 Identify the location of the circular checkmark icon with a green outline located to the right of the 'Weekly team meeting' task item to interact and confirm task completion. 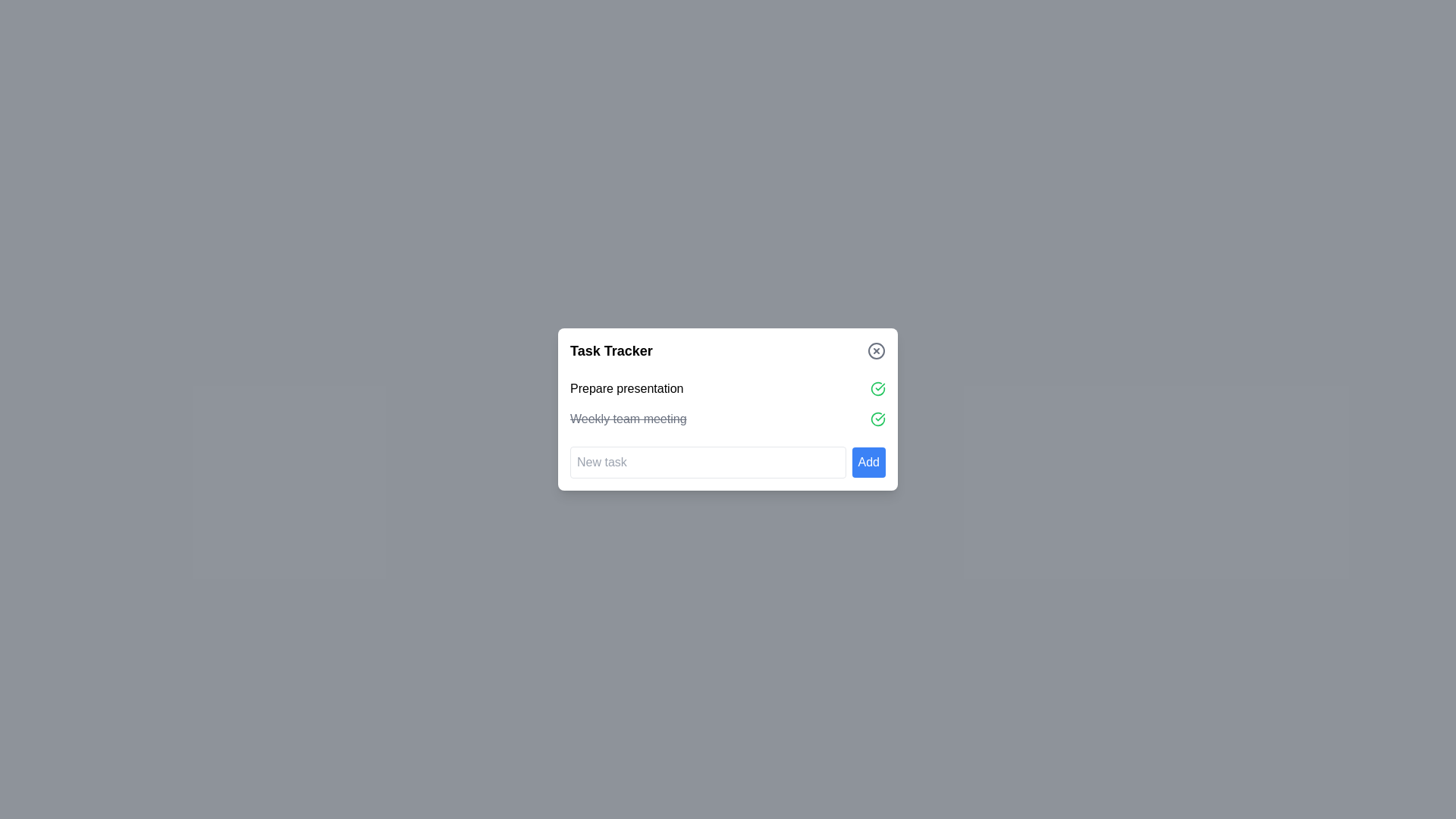
(877, 388).